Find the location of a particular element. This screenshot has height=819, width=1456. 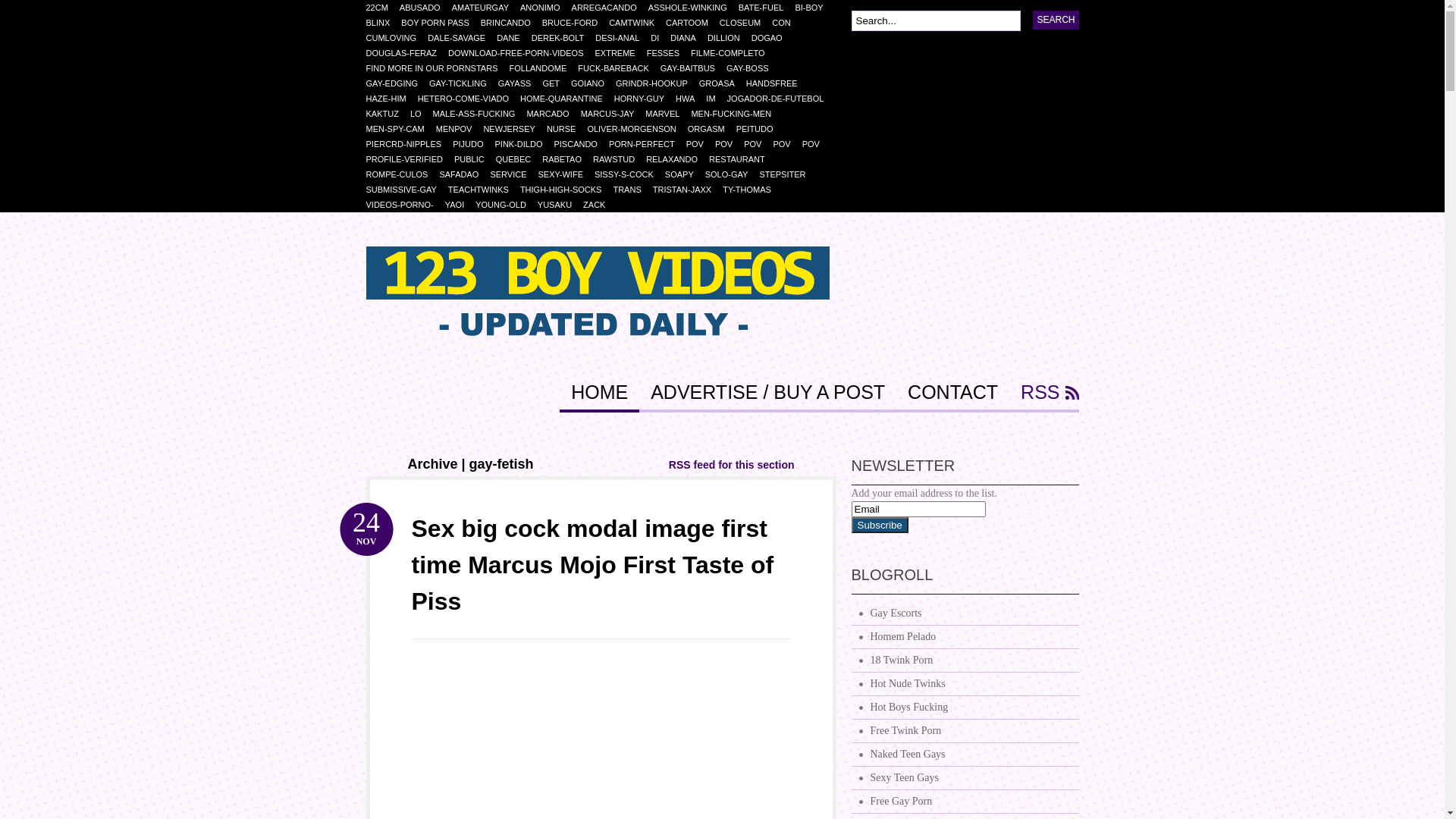

'QUEBEC' is located at coordinates (519, 158).